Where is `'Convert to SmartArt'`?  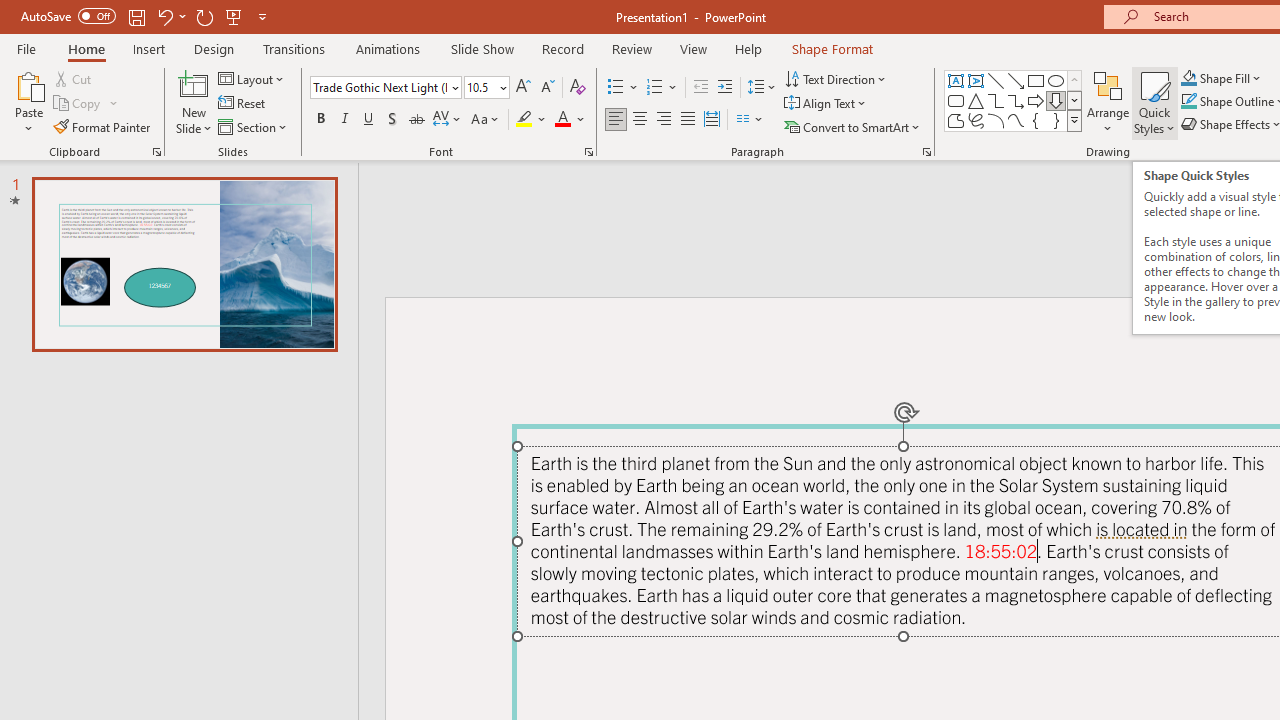 'Convert to SmartArt' is located at coordinates (853, 127).